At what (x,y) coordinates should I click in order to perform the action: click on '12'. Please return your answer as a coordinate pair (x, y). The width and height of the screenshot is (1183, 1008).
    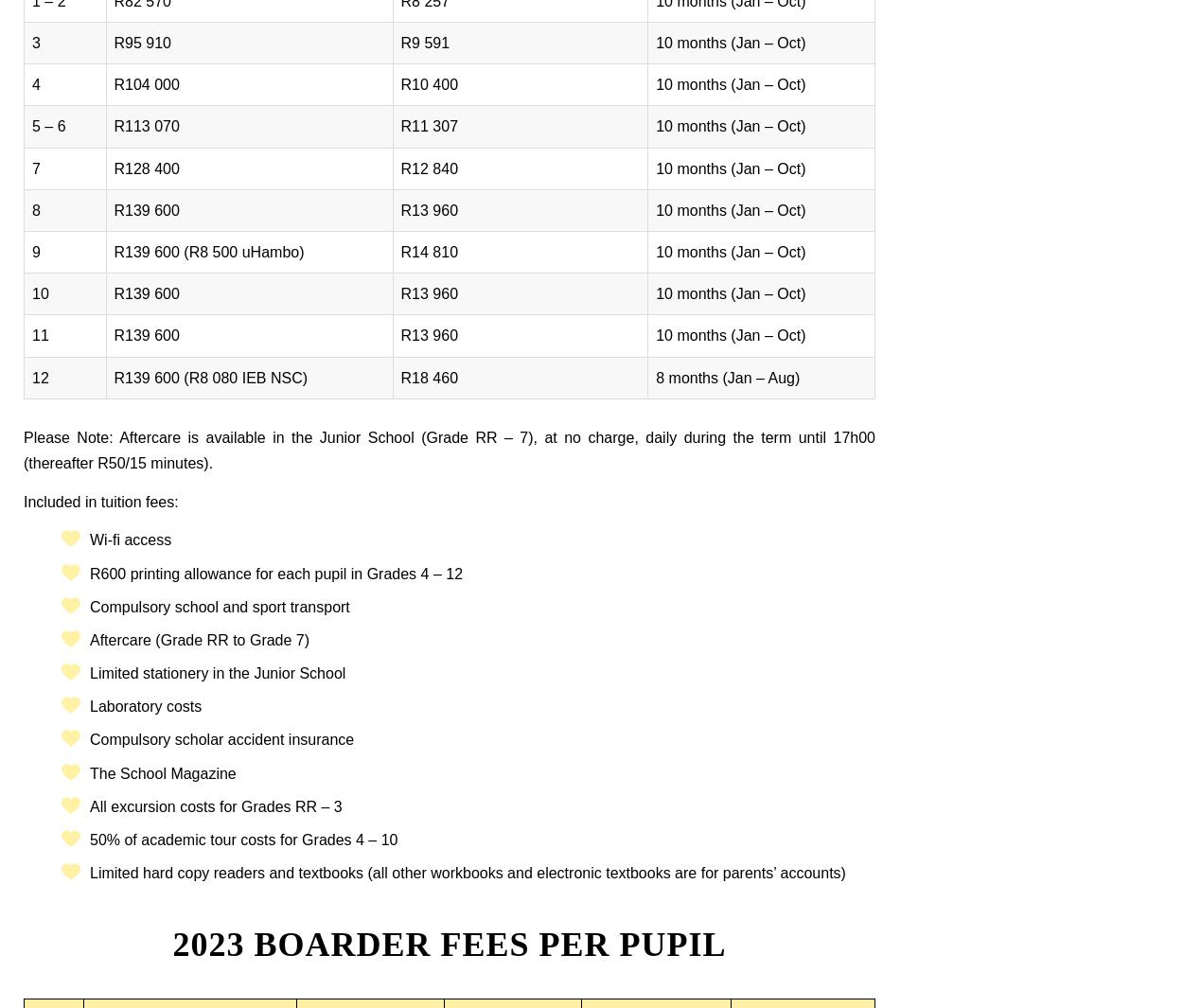
    Looking at the image, I should click on (40, 376).